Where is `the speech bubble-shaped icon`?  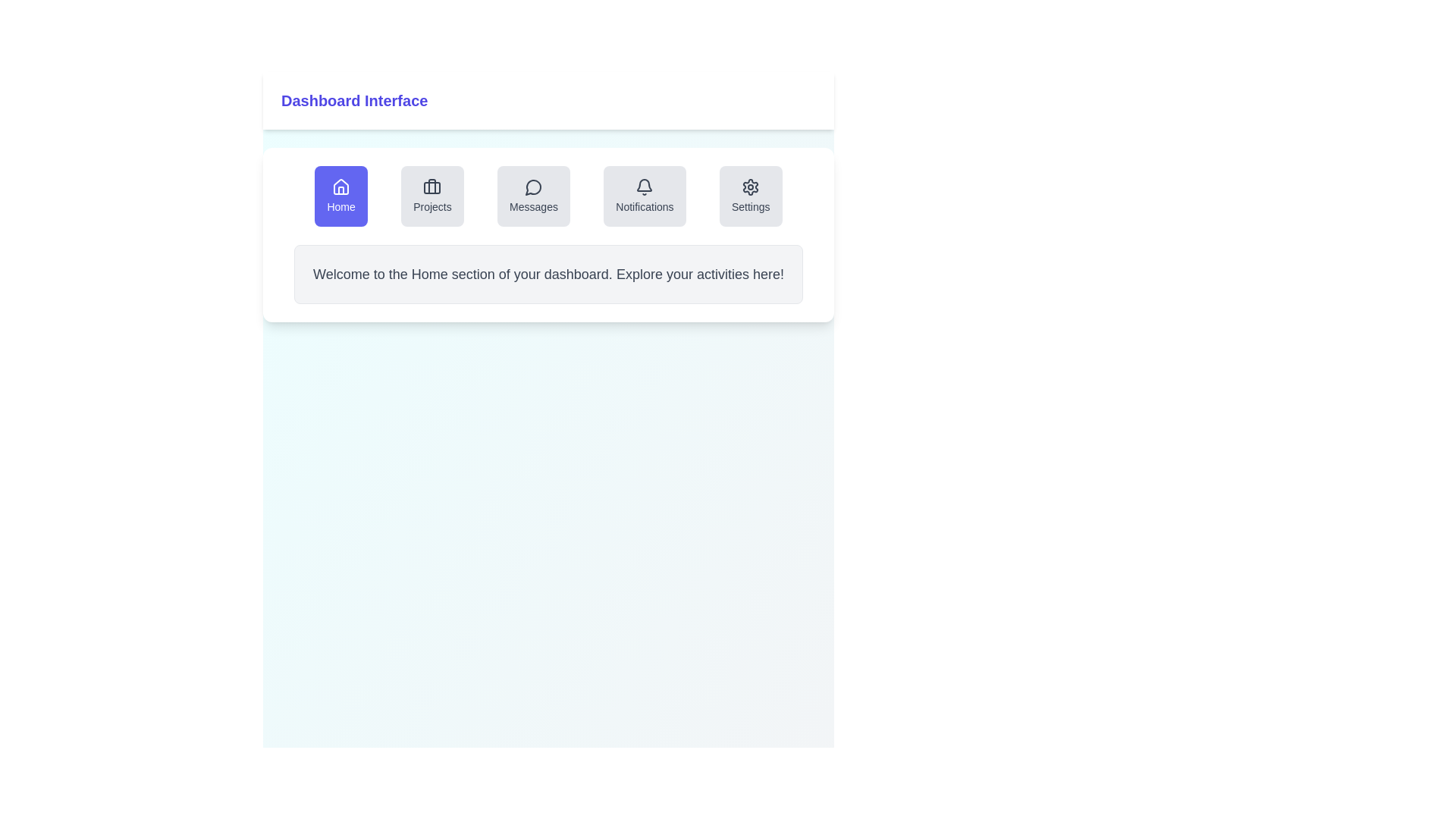
the speech bubble-shaped icon is located at coordinates (534, 186).